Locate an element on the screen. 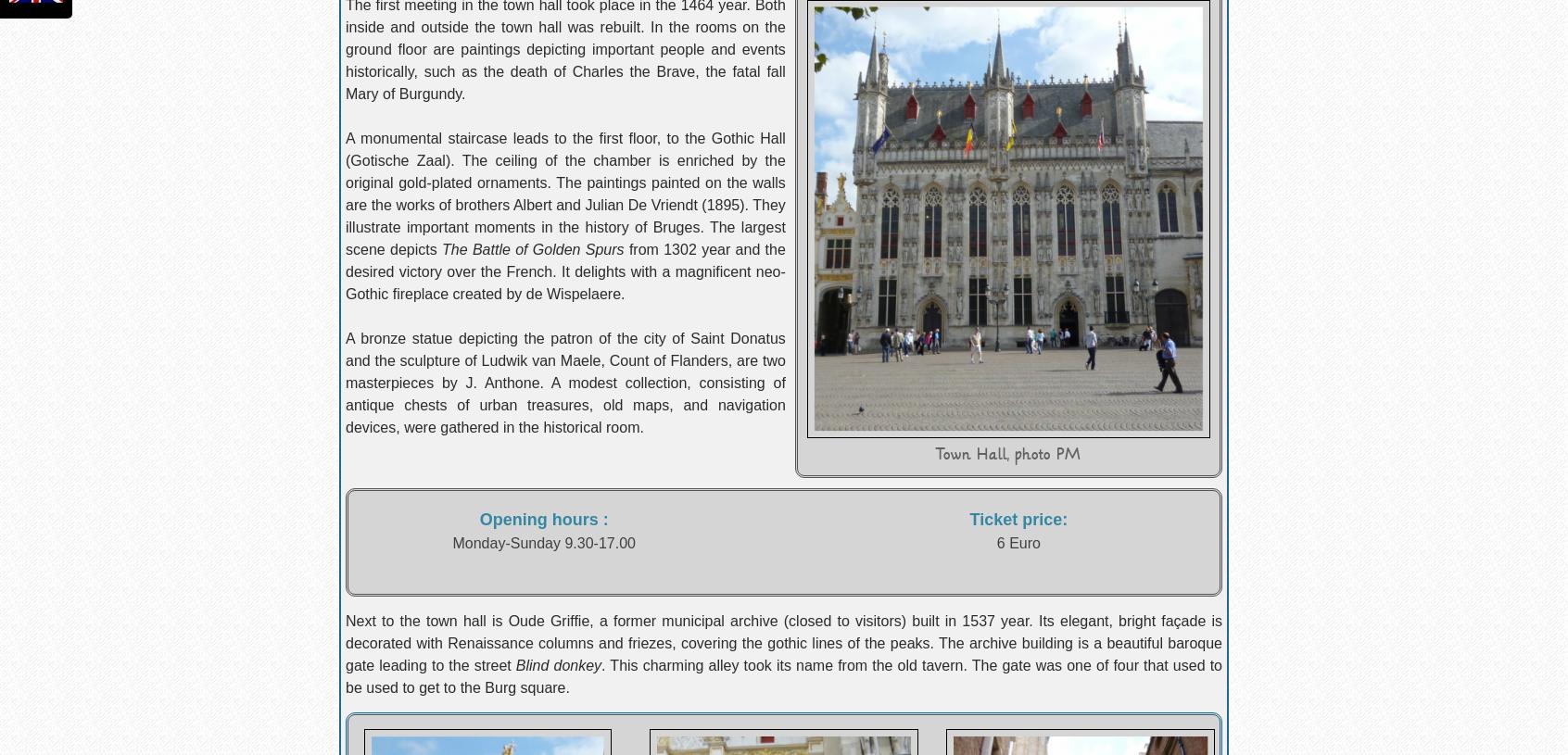  'Blind donkey' is located at coordinates (557, 665).